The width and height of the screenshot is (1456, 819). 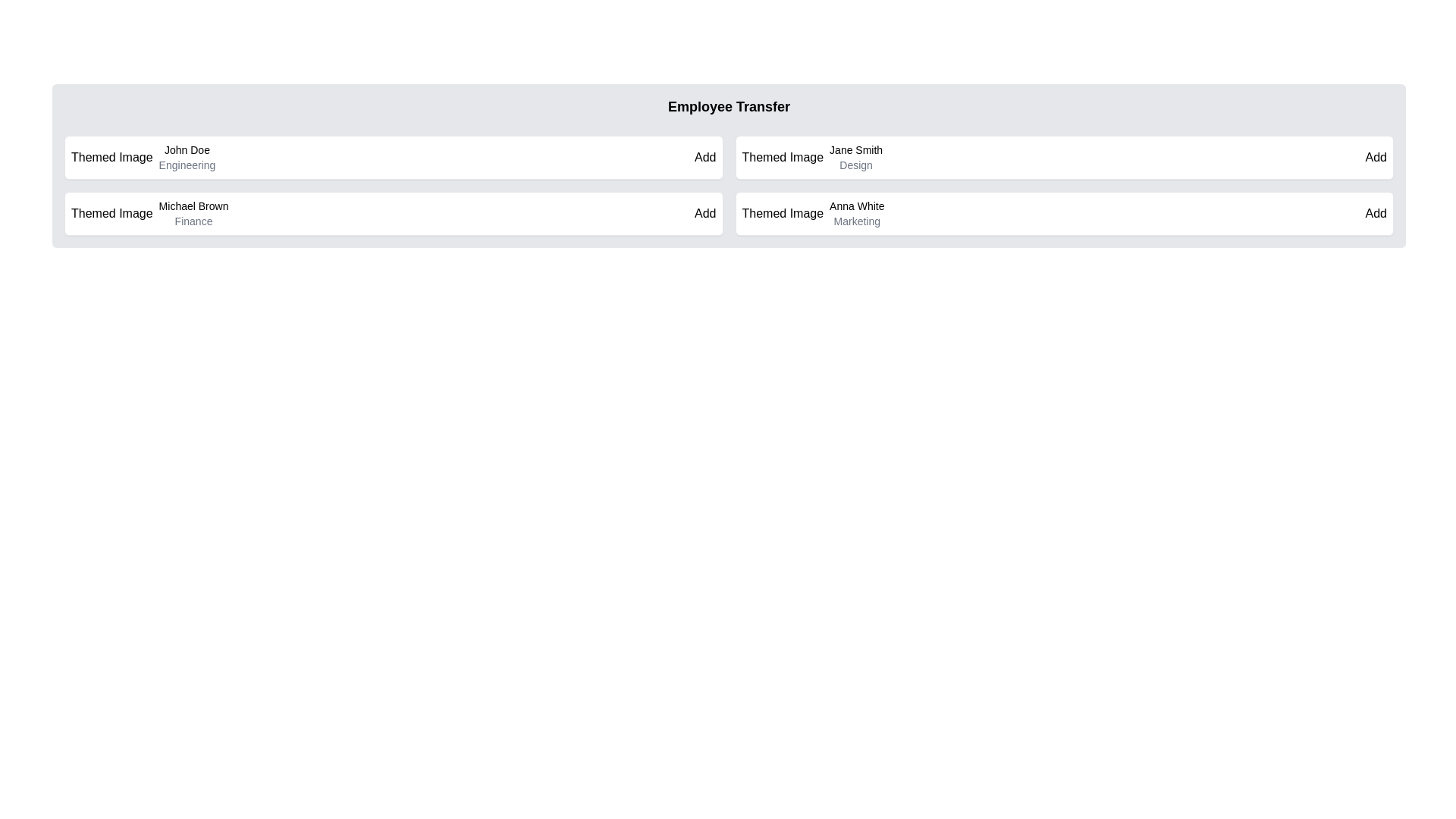 What do you see at coordinates (1063, 158) in the screenshot?
I see `the interactive unit associated with 'Jane Smith' and her 'Design' details, which contains an 'Add' button, located in the upper-right section of the grid layout` at bounding box center [1063, 158].